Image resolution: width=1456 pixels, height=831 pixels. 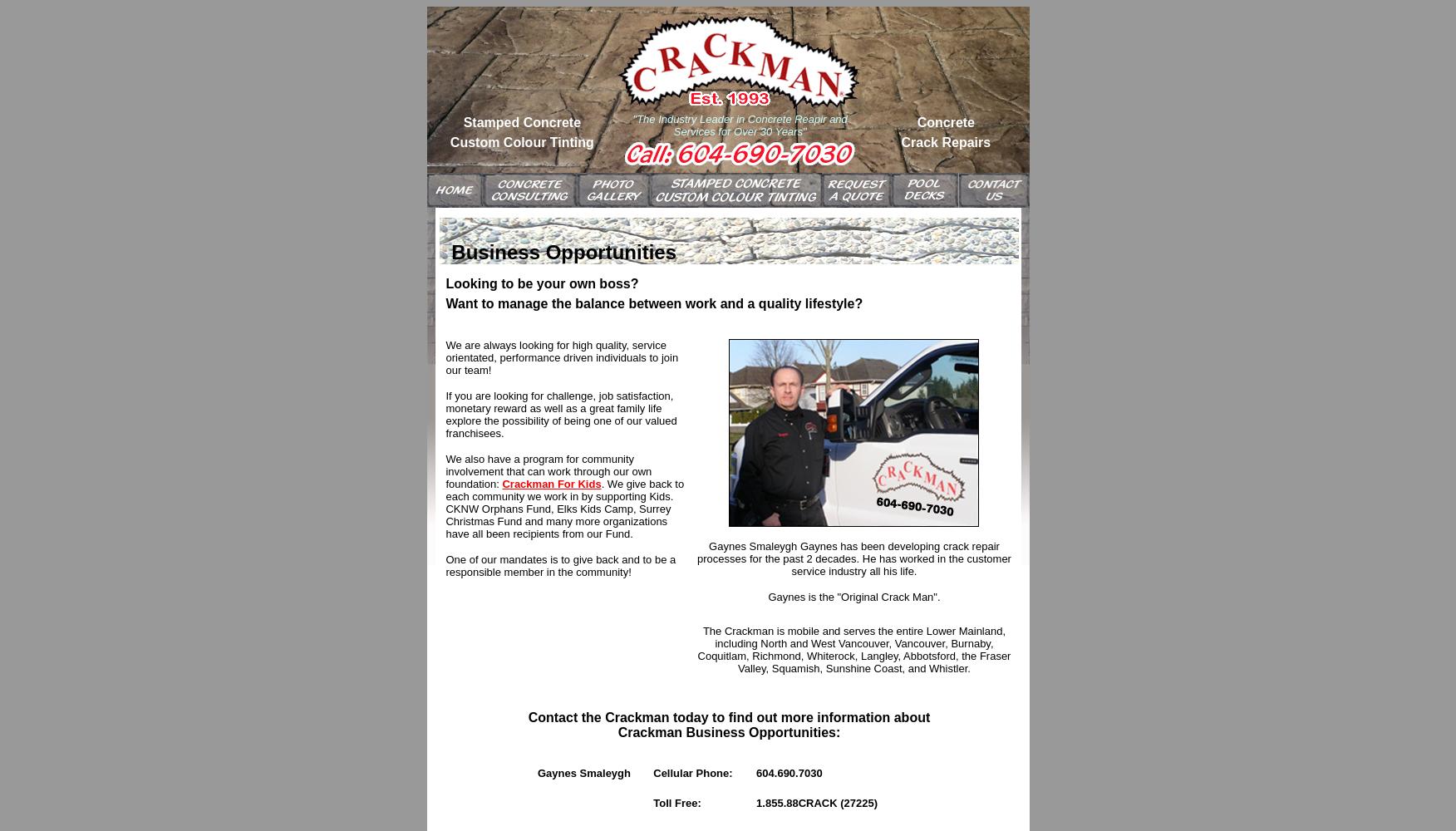 What do you see at coordinates (444, 470) in the screenshot?
I see `'We 
                      also have a program for community involvement that can work 
                      through our own foundation:'` at bounding box center [444, 470].